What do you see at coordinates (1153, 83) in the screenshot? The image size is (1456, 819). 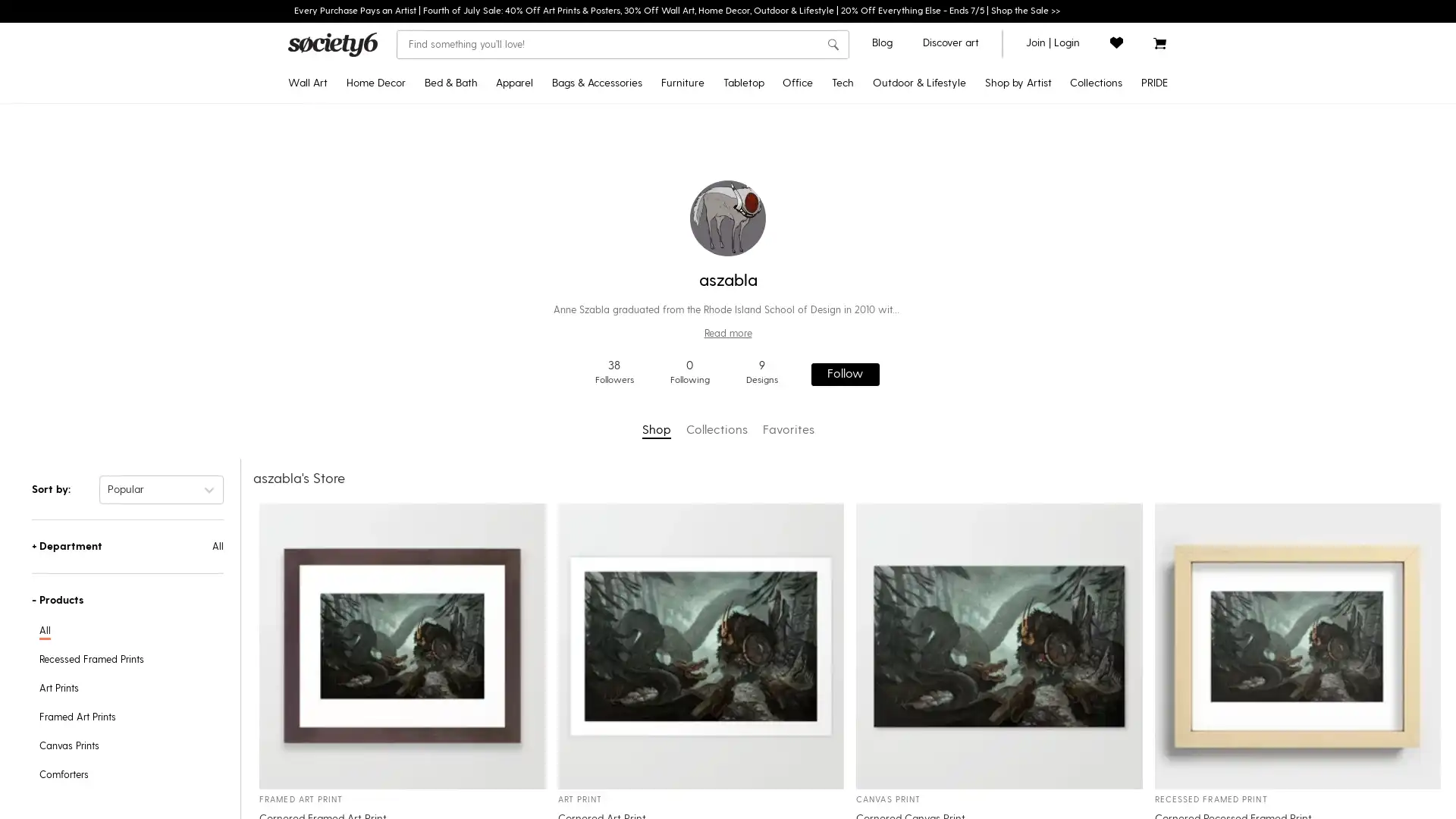 I see `PRIDE` at bounding box center [1153, 83].